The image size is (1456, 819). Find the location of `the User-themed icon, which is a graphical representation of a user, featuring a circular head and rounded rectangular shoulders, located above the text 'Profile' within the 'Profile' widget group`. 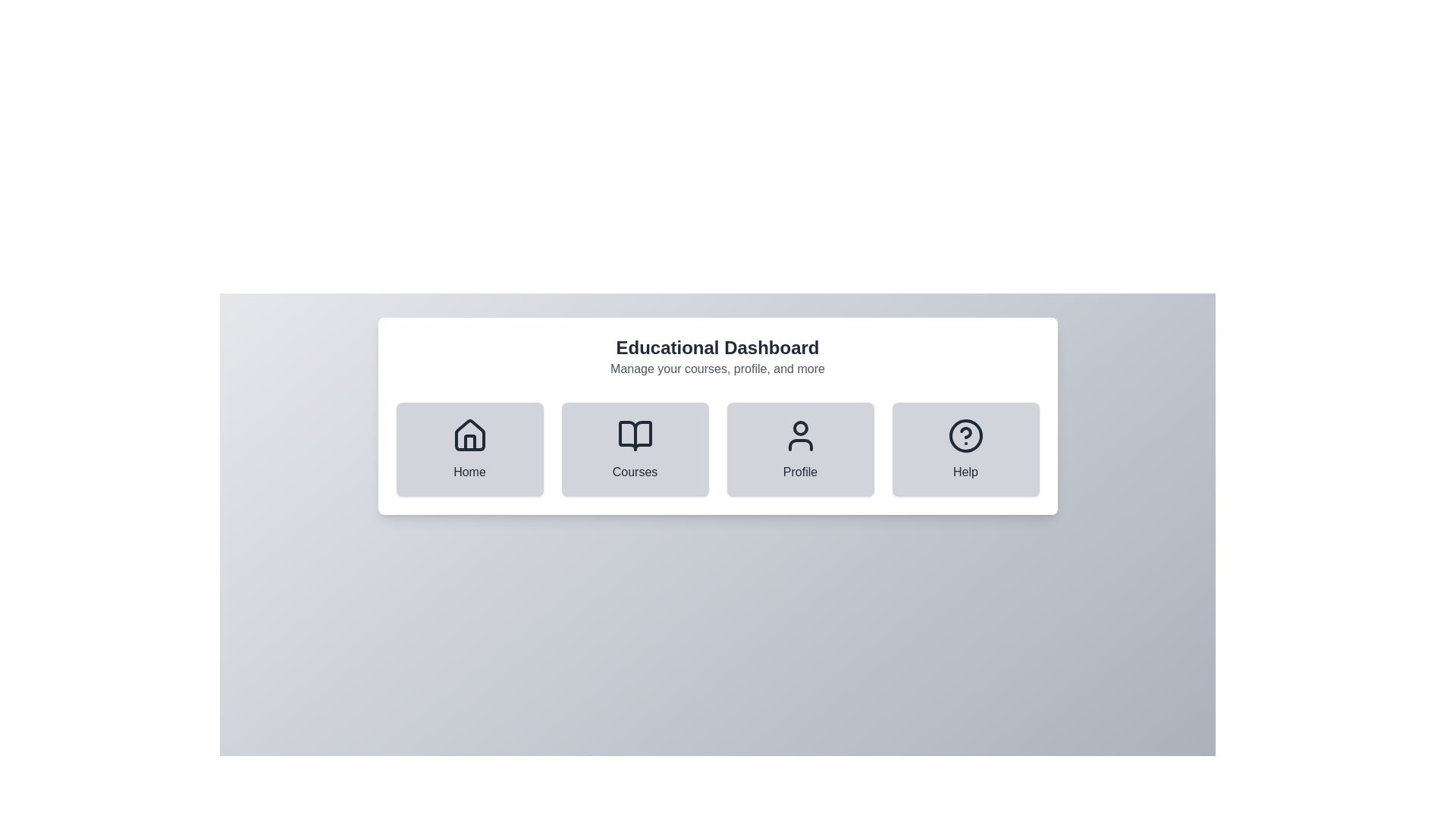

the User-themed icon, which is a graphical representation of a user, featuring a circular head and rounded rectangular shoulders, located above the text 'Profile' within the 'Profile' widget group is located at coordinates (799, 435).